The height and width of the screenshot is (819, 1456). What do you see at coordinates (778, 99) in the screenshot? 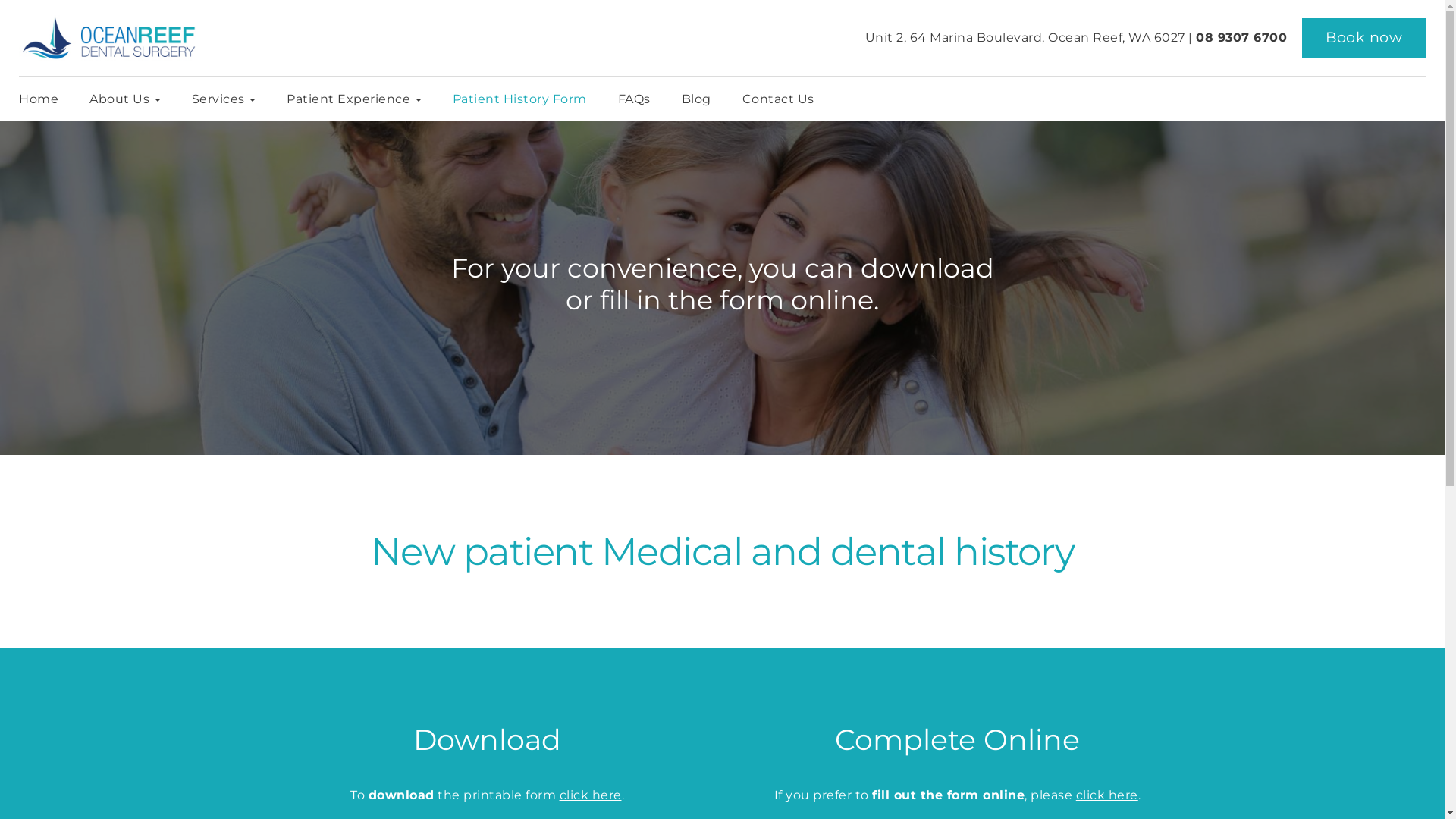
I see `'Contact Us'` at bounding box center [778, 99].